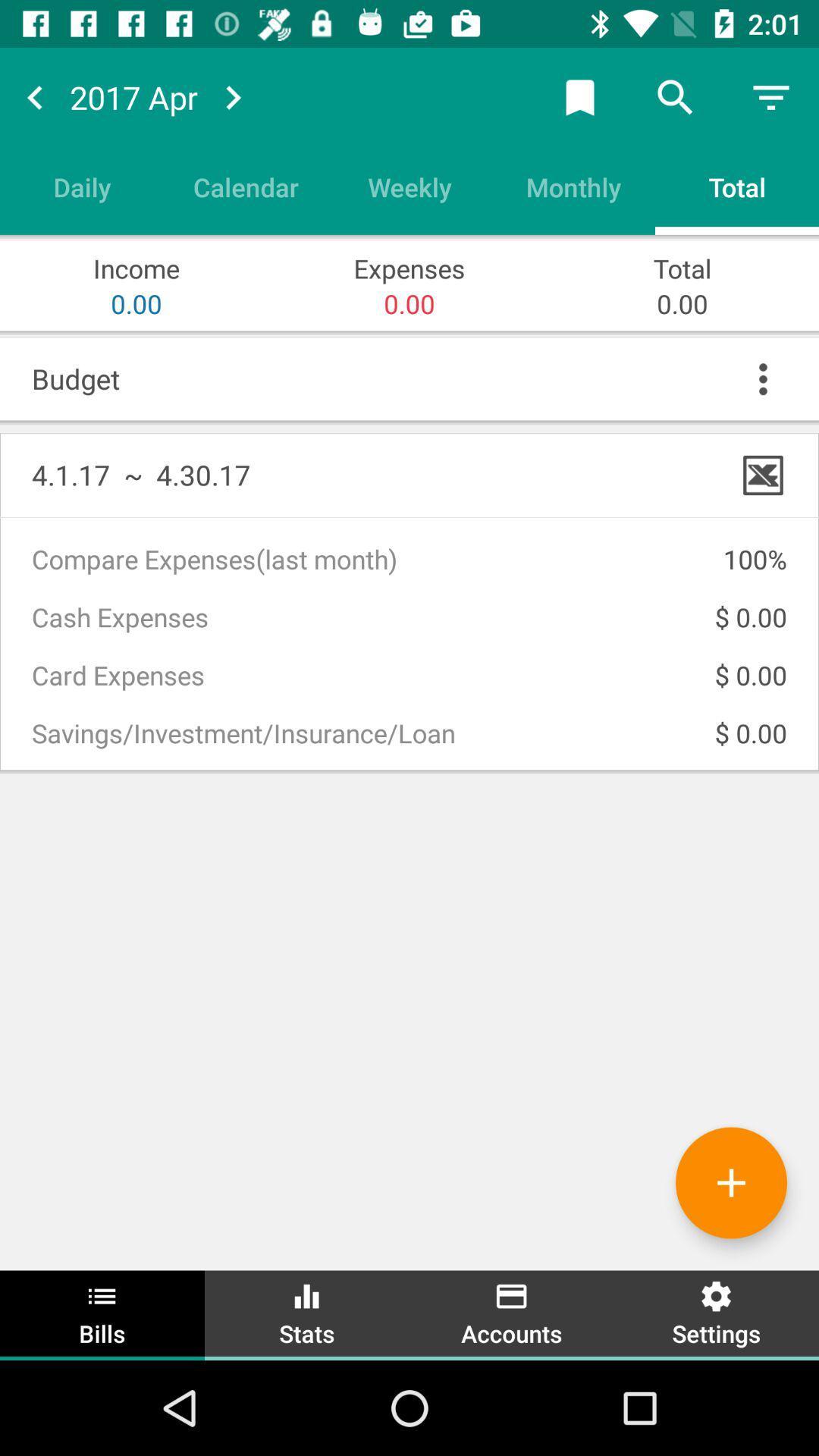 Image resolution: width=819 pixels, height=1456 pixels. What do you see at coordinates (675, 96) in the screenshot?
I see `search button to search a specific item or information` at bounding box center [675, 96].